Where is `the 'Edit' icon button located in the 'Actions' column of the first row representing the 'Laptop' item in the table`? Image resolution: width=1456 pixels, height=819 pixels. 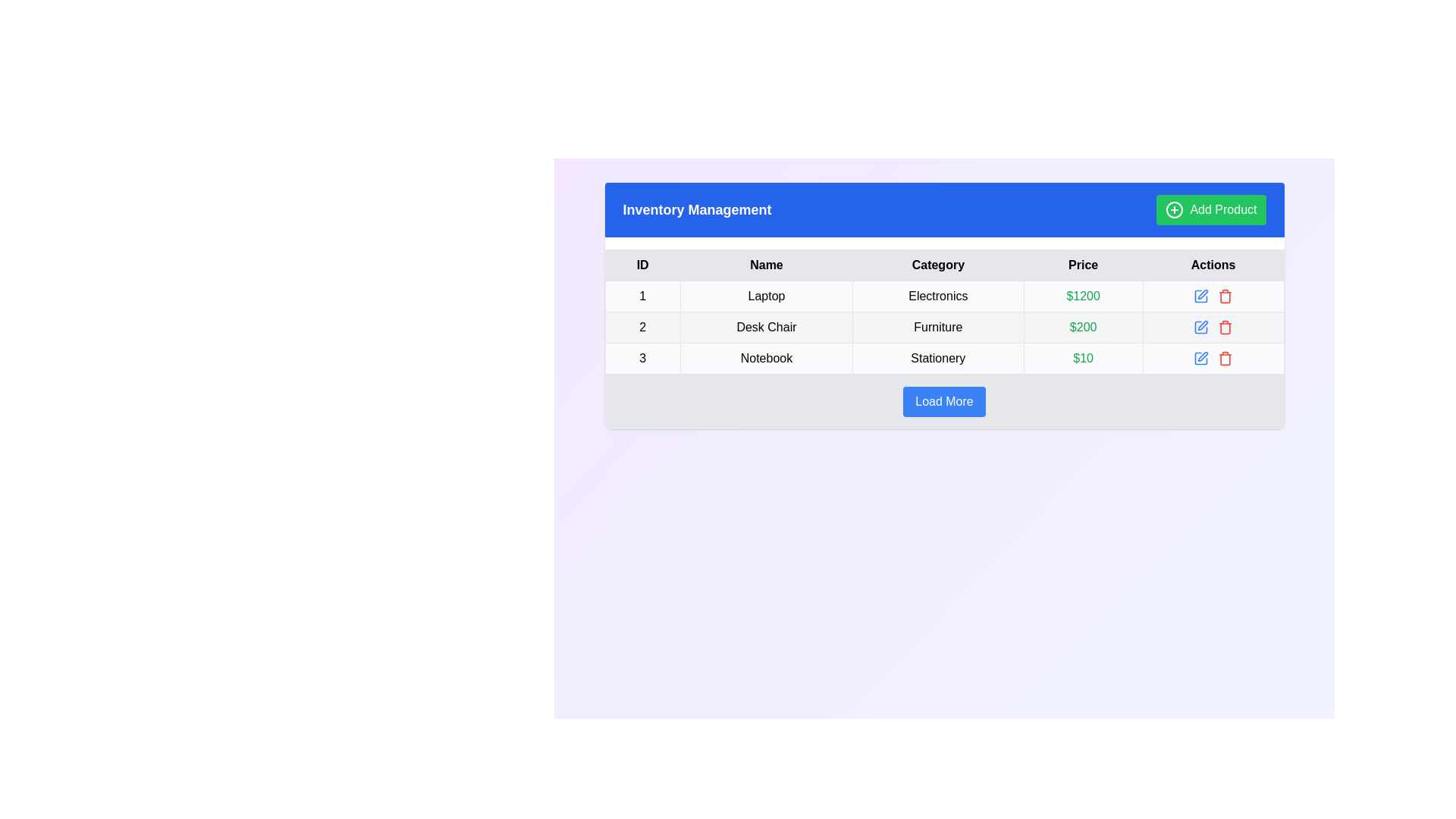
the 'Edit' icon button located in the 'Actions' column of the first row representing the 'Laptop' item in the table is located at coordinates (1200, 296).